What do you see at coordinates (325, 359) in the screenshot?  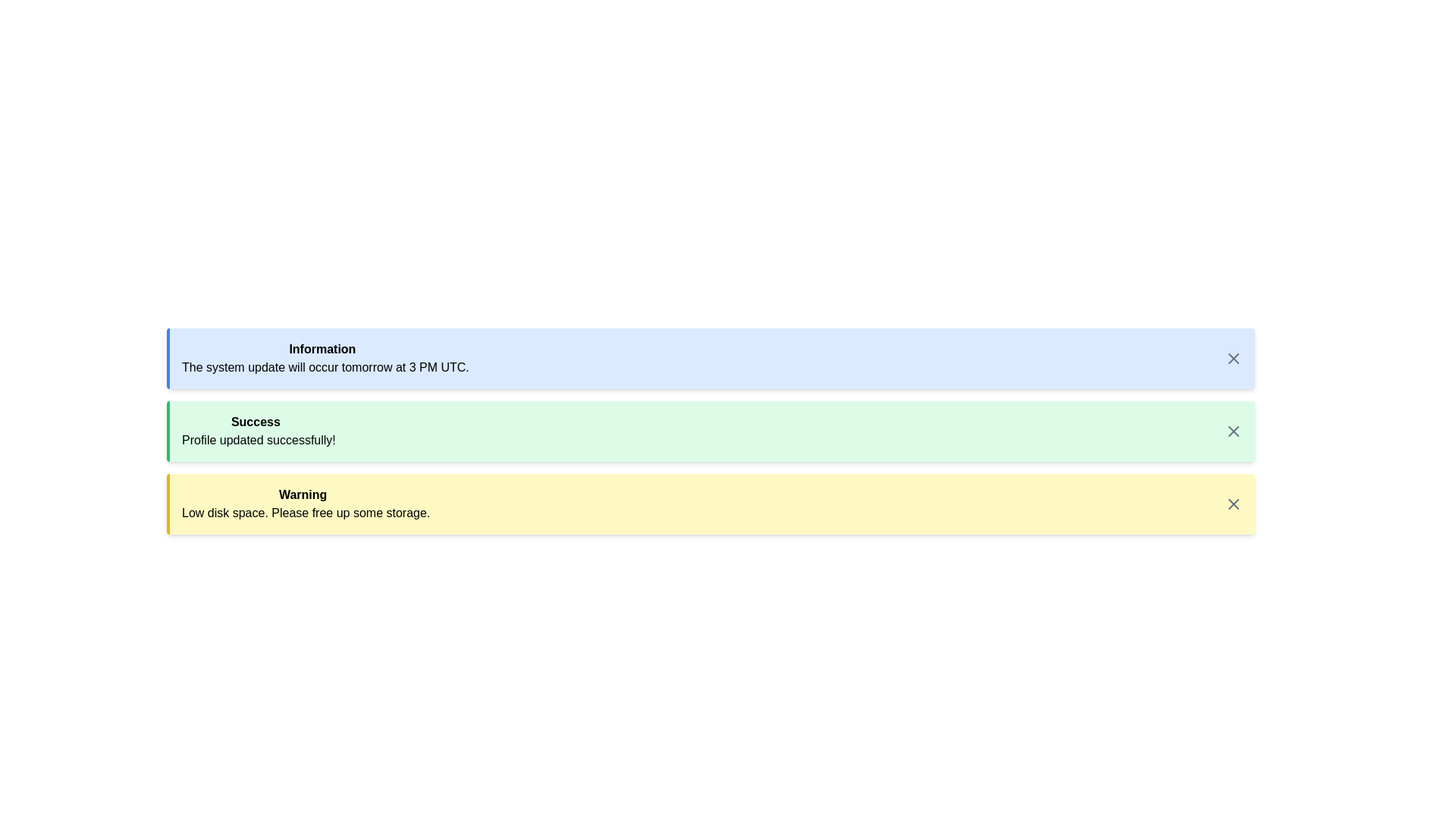 I see `information displayed in the Text Display that shows the bolded title 'Information' and the message about the system update` at bounding box center [325, 359].